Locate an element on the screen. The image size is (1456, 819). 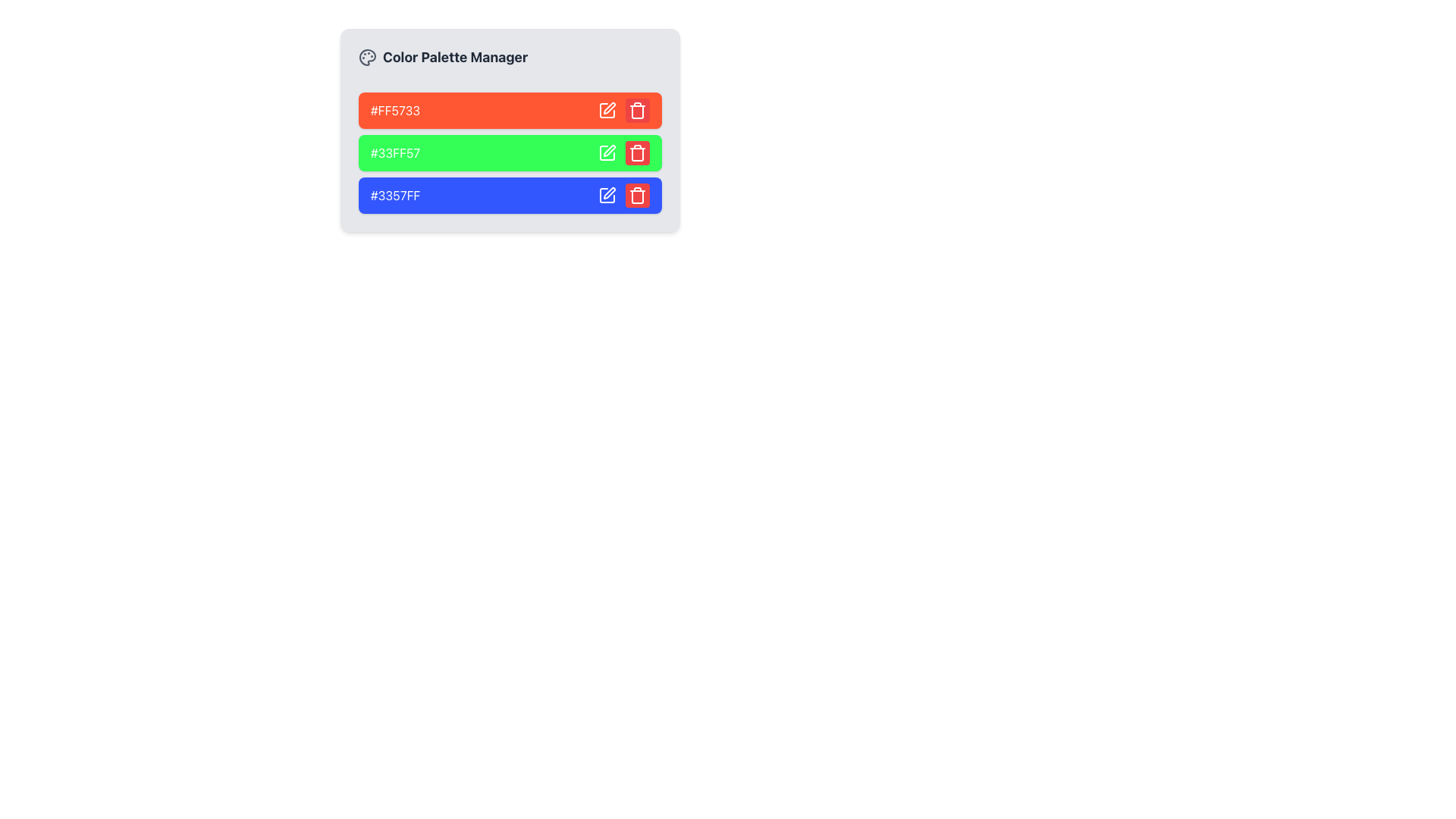
the edit and delete buttons in the Interactive action panel associated with the color green (#33FF57) to observe hover effects is located at coordinates (622, 152).